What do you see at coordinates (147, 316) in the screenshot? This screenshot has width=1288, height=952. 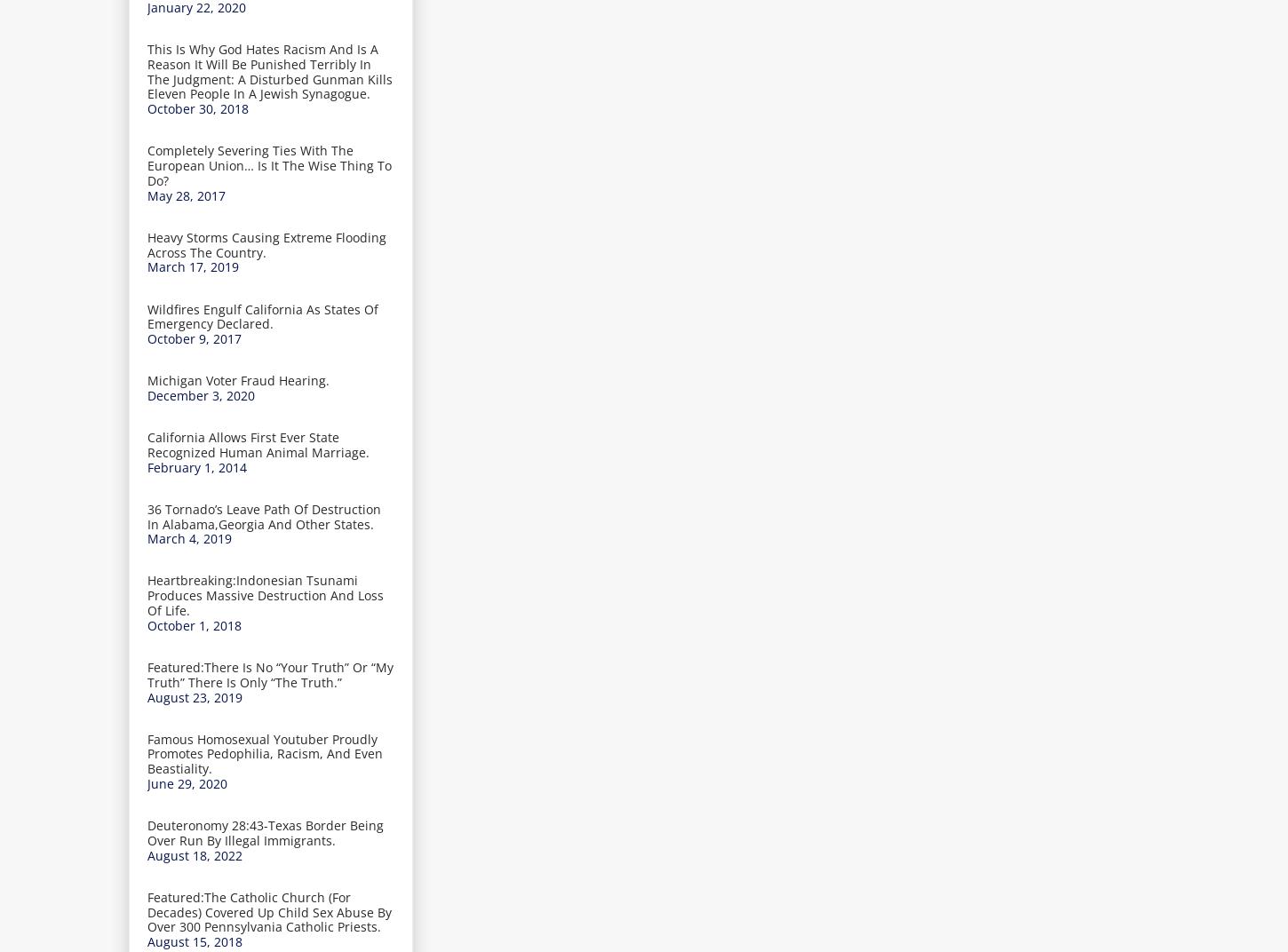 I see `'Wildfires Engulf California As States Of Emergency Declared.'` at bounding box center [147, 316].